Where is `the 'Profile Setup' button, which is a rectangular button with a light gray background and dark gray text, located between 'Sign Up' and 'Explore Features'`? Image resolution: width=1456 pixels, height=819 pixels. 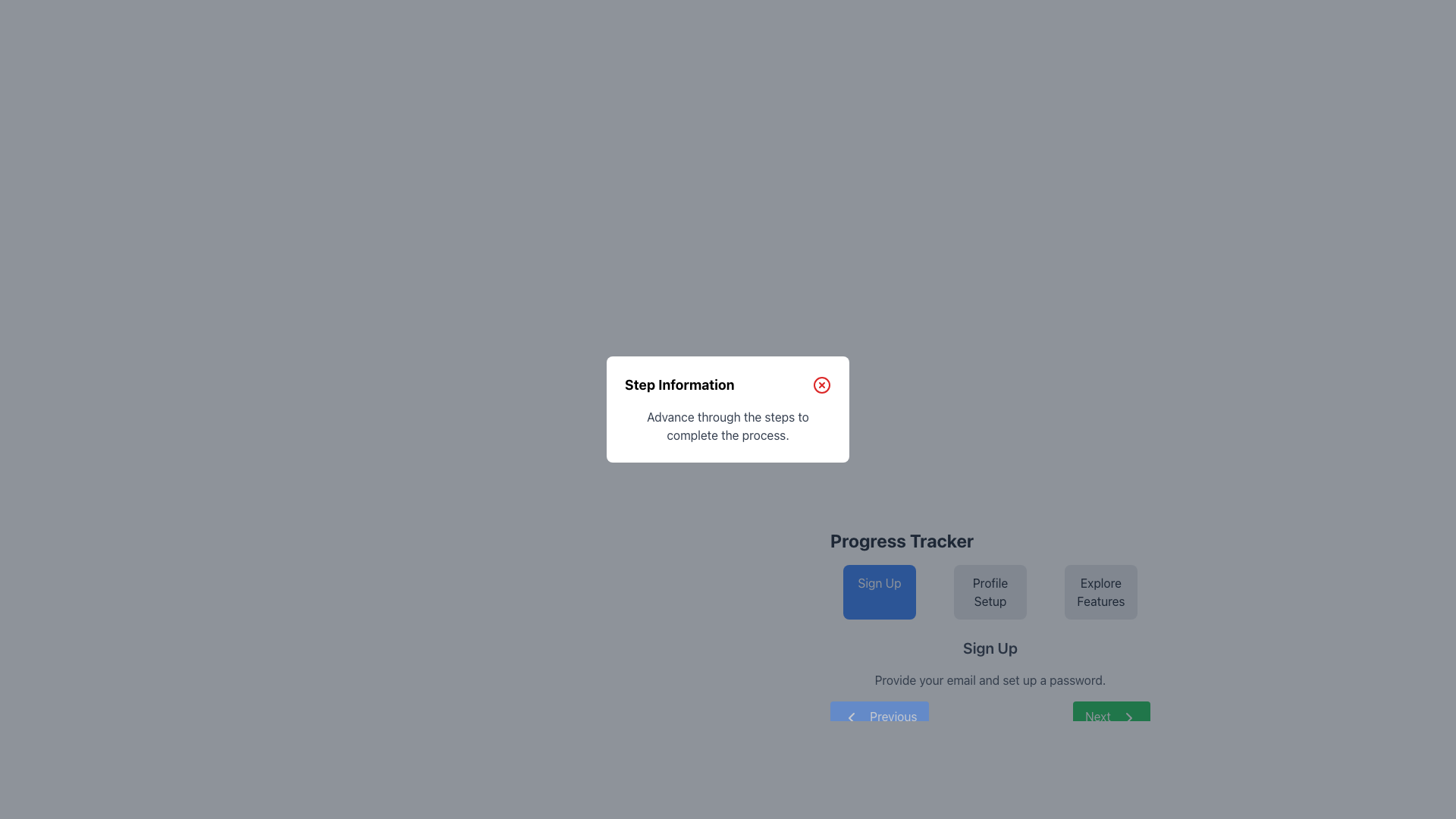 the 'Profile Setup' button, which is a rectangular button with a light gray background and dark gray text, located between 'Sign Up' and 'Explore Features' is located at coordinates (990, 591).